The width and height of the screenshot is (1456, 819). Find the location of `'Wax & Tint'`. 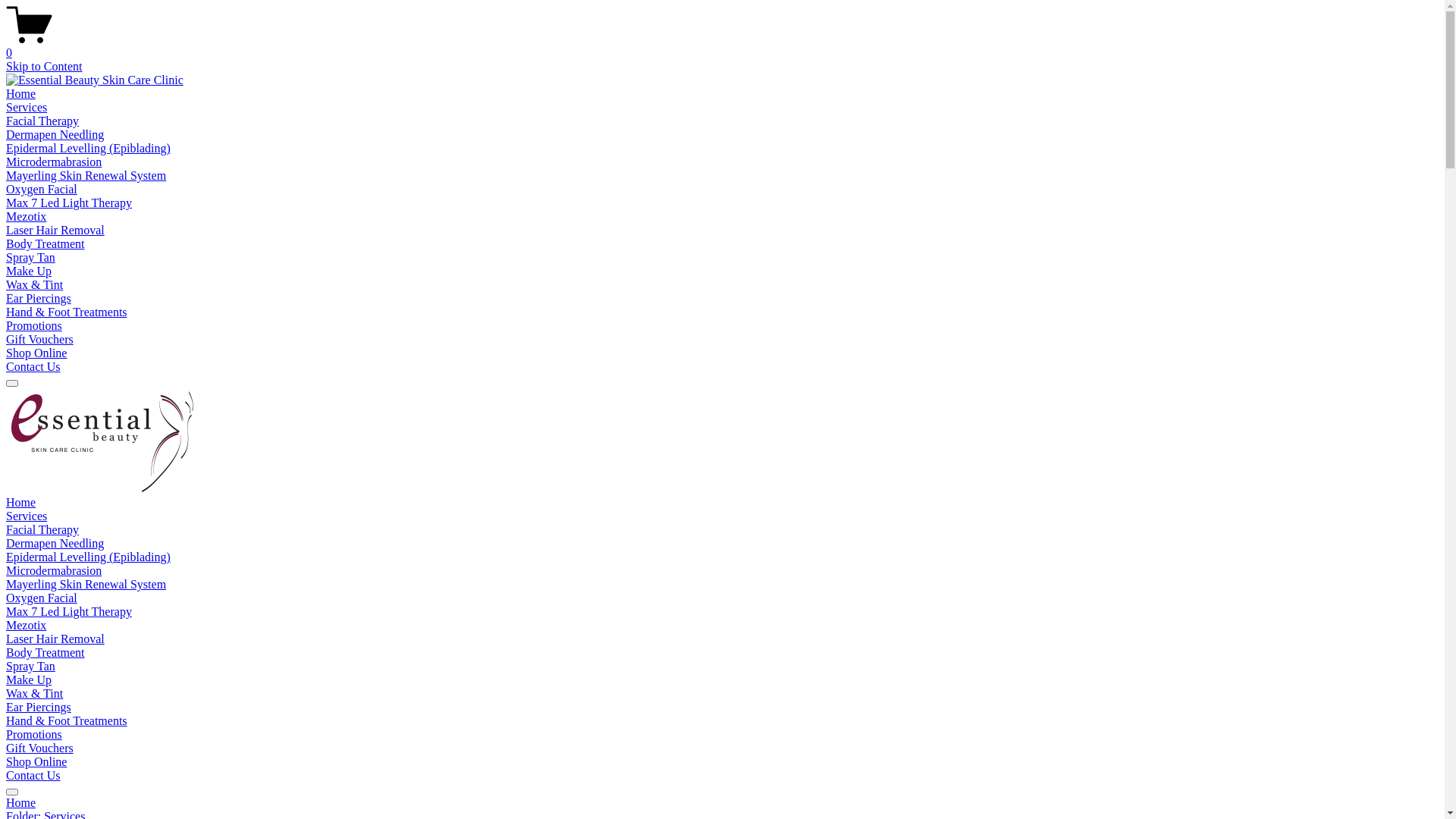

'Wax & Tint' is located at coordinates (34, 284).